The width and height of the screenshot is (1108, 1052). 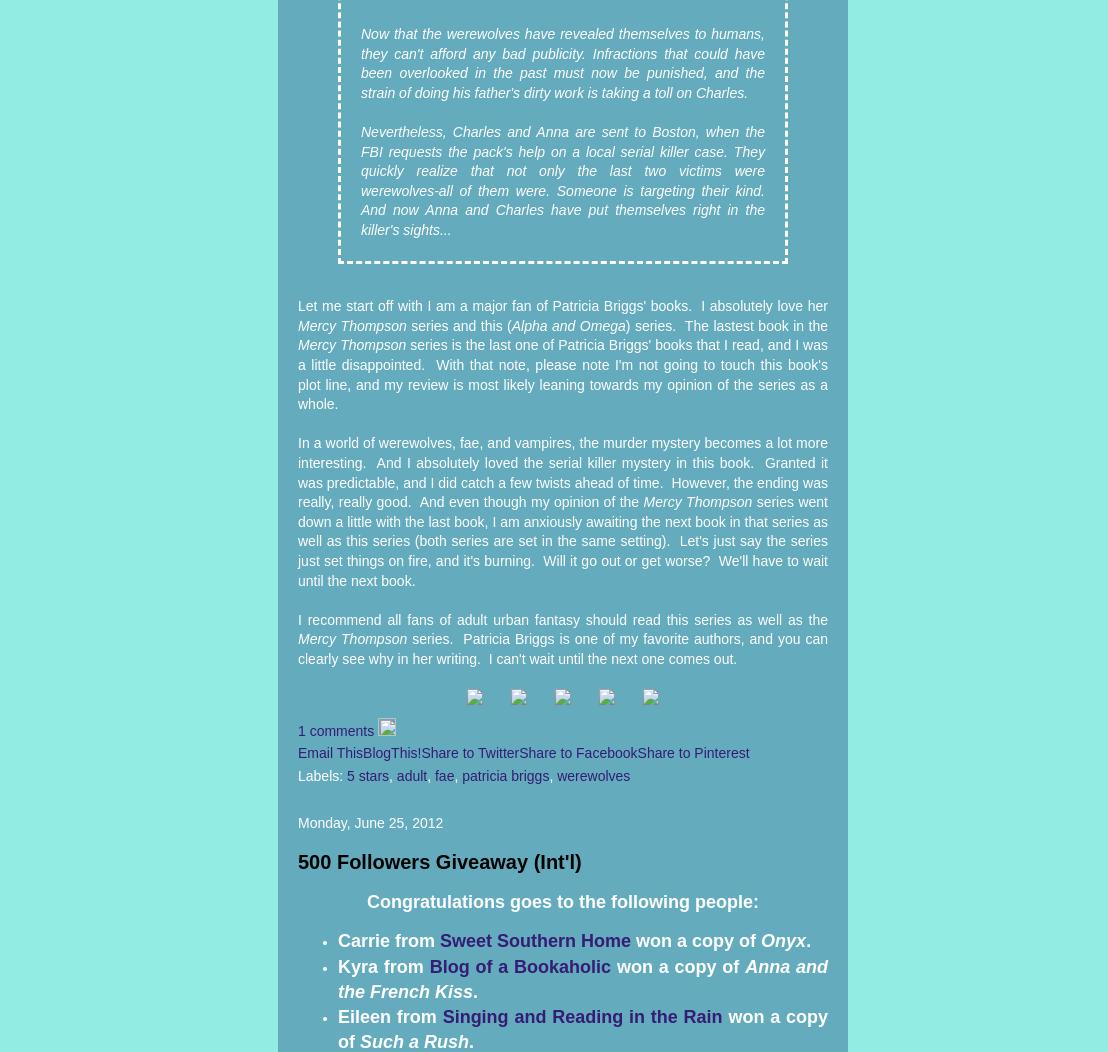 What do you see at coordinates (460, 323) in the screenshot?
I see `'series and this ('` at bounding box center [460, 323].